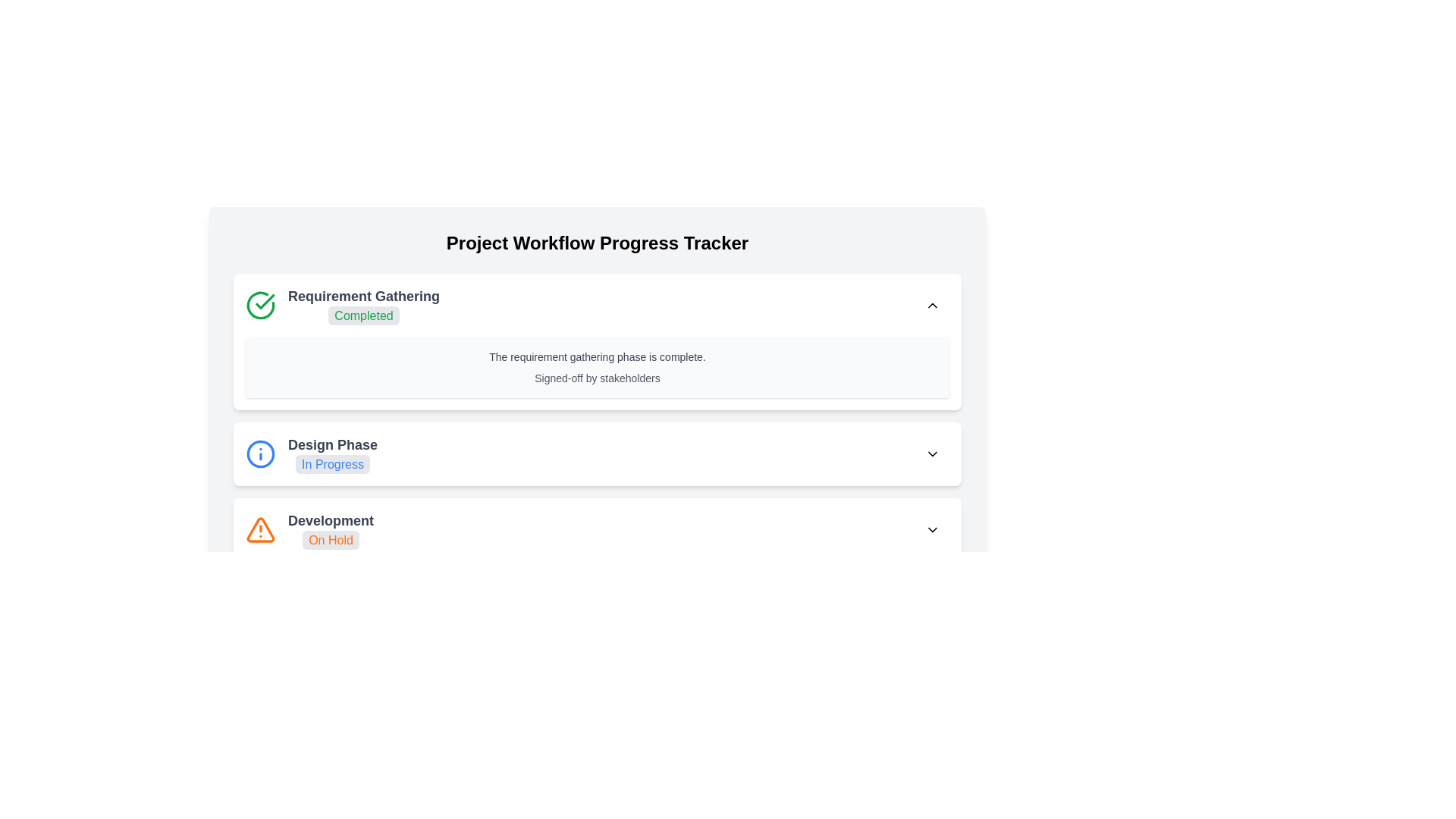 Image resolution: width=1456 pixels, height=819 pixels. Describe the element at coordinates (309, 529) in the screenshot. I see `the status information of the 'Development' phase indicated by the 'On Hold' Text Label with Icon, located below the 'Design Phase' section` at that location.